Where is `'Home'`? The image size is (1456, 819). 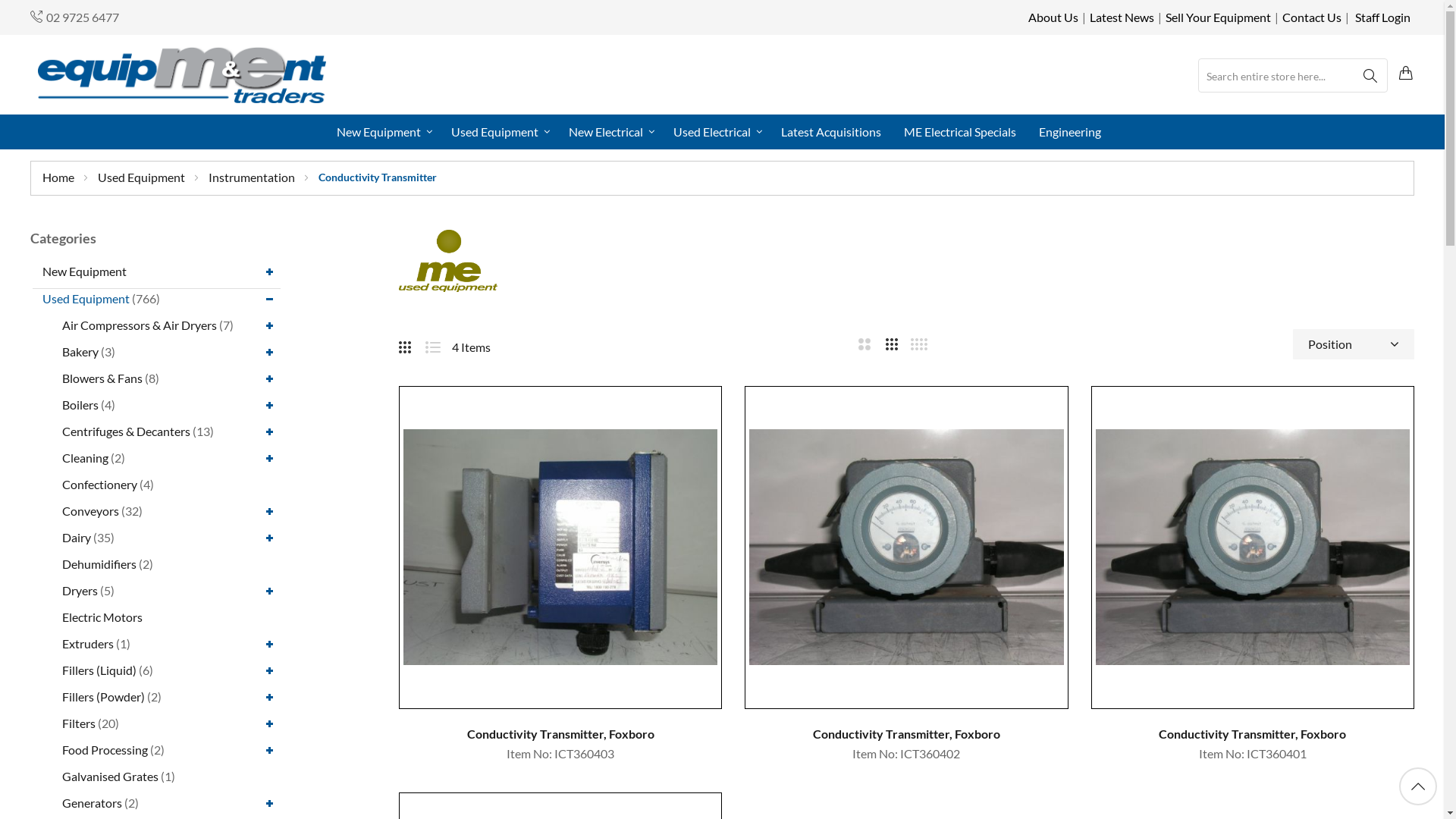 'Home' is located at coordinates (59, 176).